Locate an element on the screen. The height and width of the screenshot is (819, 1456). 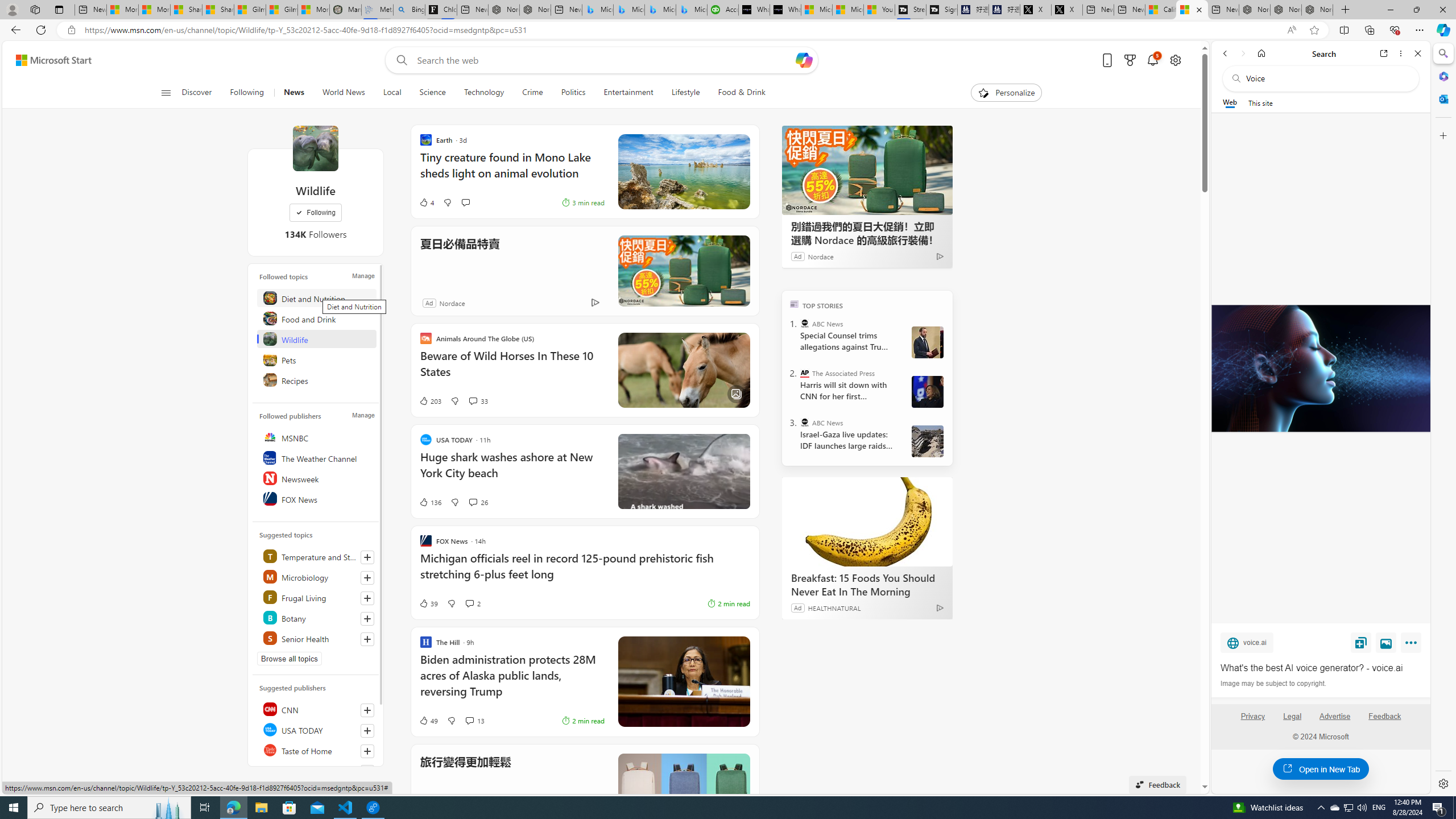
'voice.ai' is located at coordinates (1247, 642).